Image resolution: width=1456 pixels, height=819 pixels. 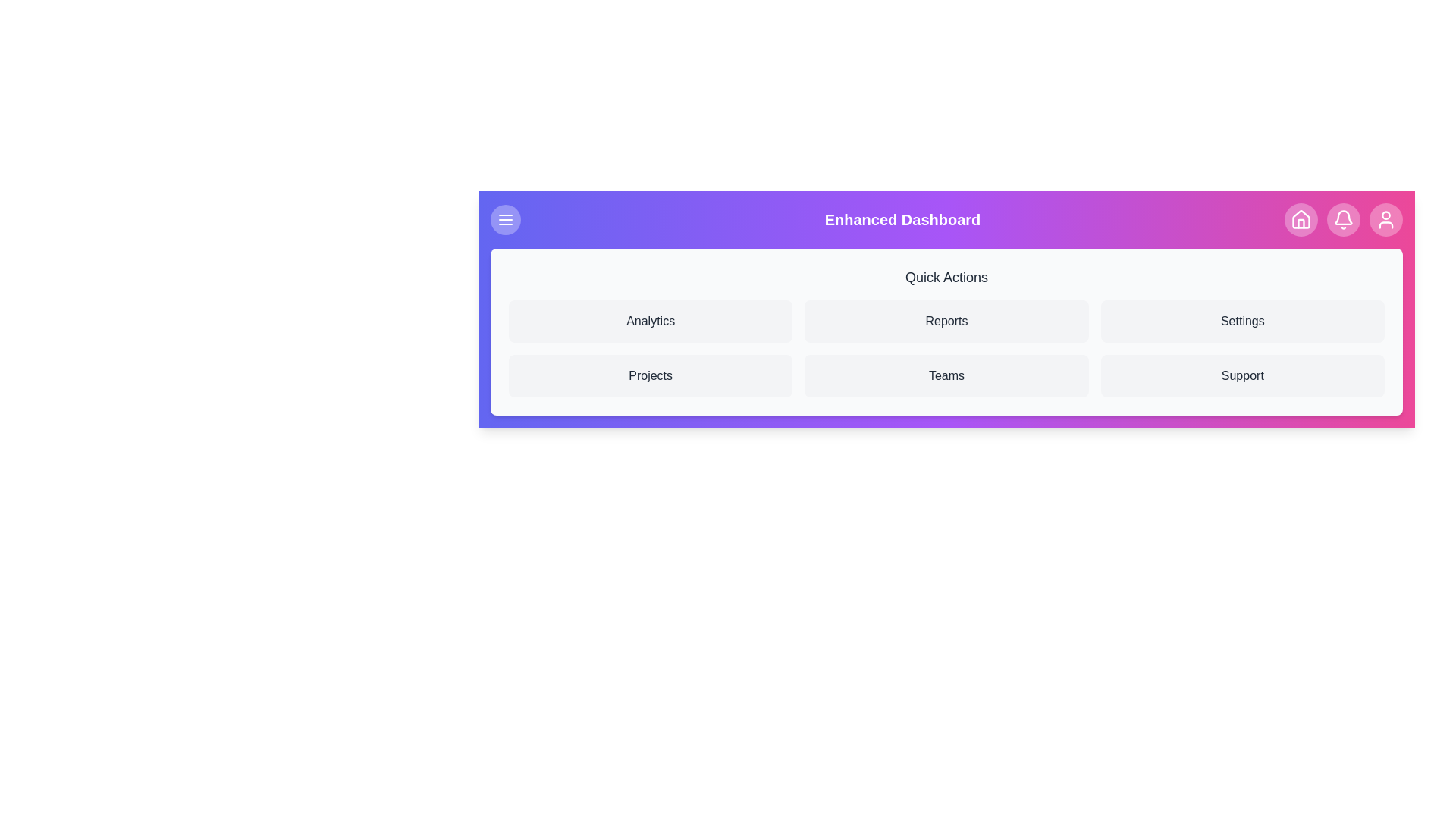 I want to click on the 'Home' button in the navigation bar, so click(x=1300, y=219).